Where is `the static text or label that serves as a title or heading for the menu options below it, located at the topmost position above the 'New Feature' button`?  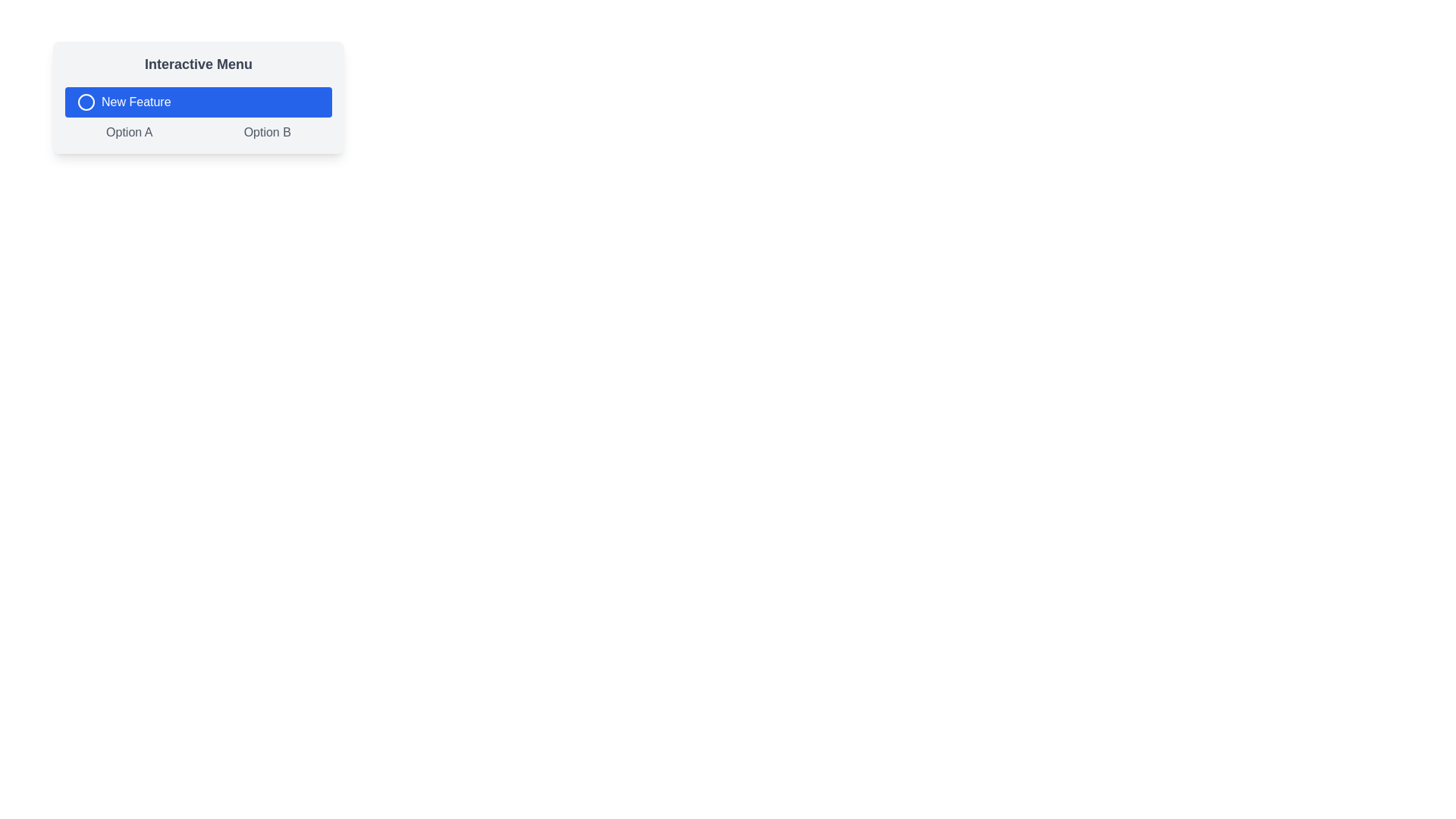
the static text or label that serves as a title or heading for the menu options below it, located at the topmost position above the 'New Feature' button is located at coordinates (198, 63).